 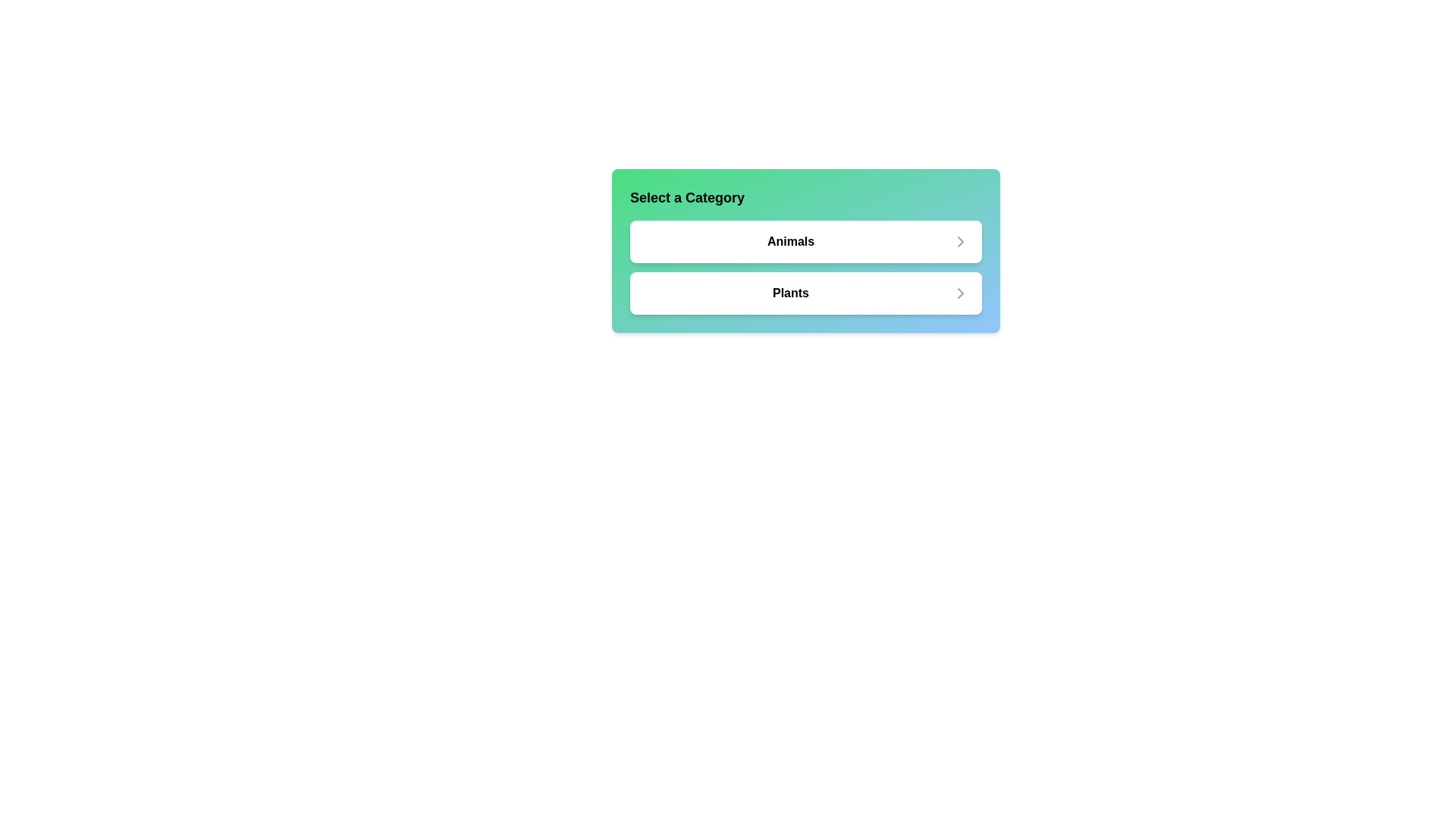 I want to click on the right-chevron SVG icon that is part of the first item labeled 'Animals' in a vertical list of options, so click(x=960, y=241).